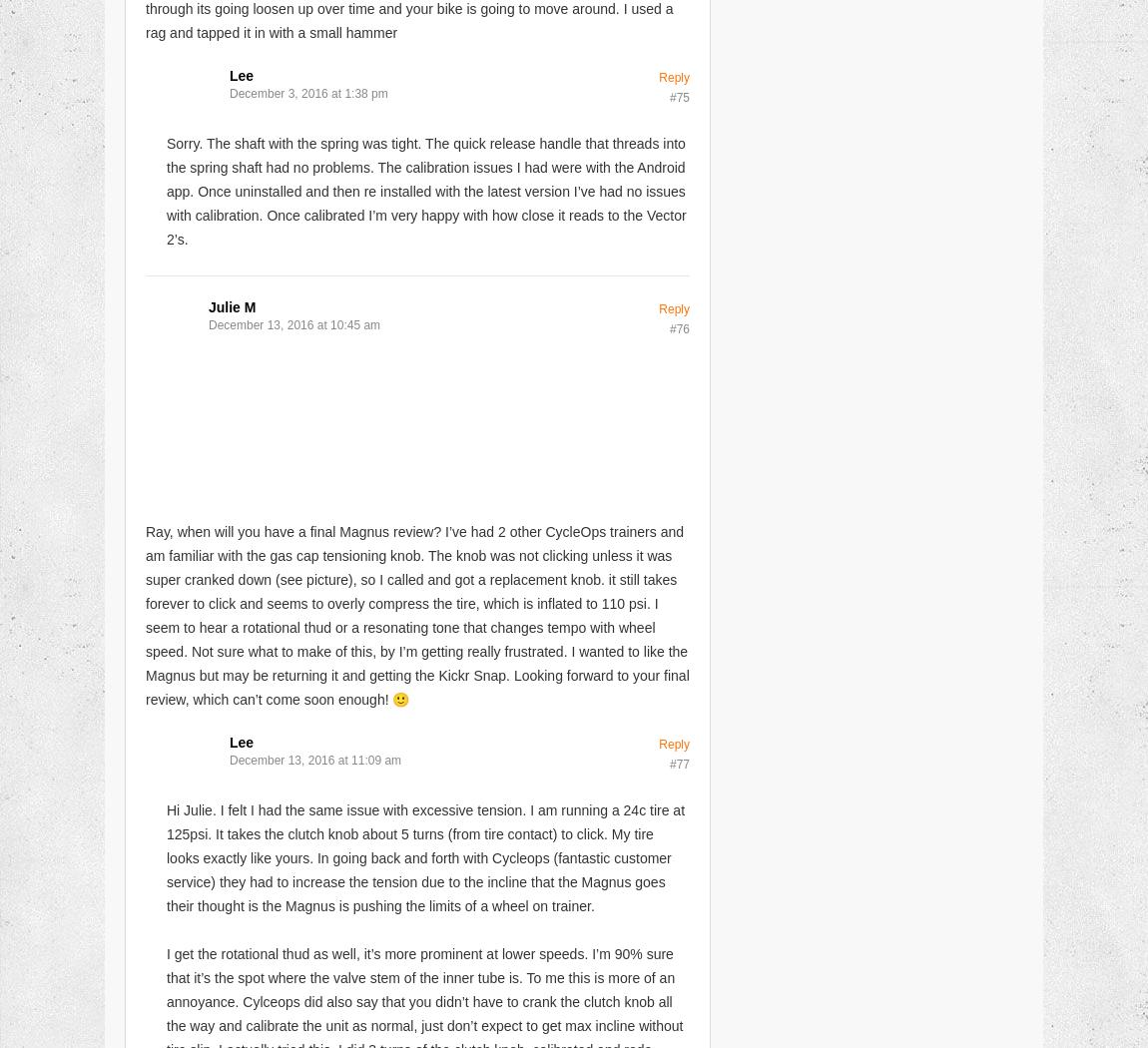 The image size is (1148, 1048). I want to click on 'Ray, when will you have a final Magnus review? I’ve had 2 other CycleOps trainers and am familiar with the gas cap tensioning knob. The knob was not clicking unless it was super cranked down (see picture), so I called and got a replacement knob. it still takes forever to click and seems to overly compress the tire, which is inflated to 110 psi. I seem to hear a rotational thud or a resonating tone that changes tempo with wheel speed. Not sure what to make of this, by I’m getting really frustrated. I wanted to like the Magnus but may be returning it and getting the Kickr Snap. Looking forward to your final review, which can’t come soon enough! 🙂', so click(417, 615).